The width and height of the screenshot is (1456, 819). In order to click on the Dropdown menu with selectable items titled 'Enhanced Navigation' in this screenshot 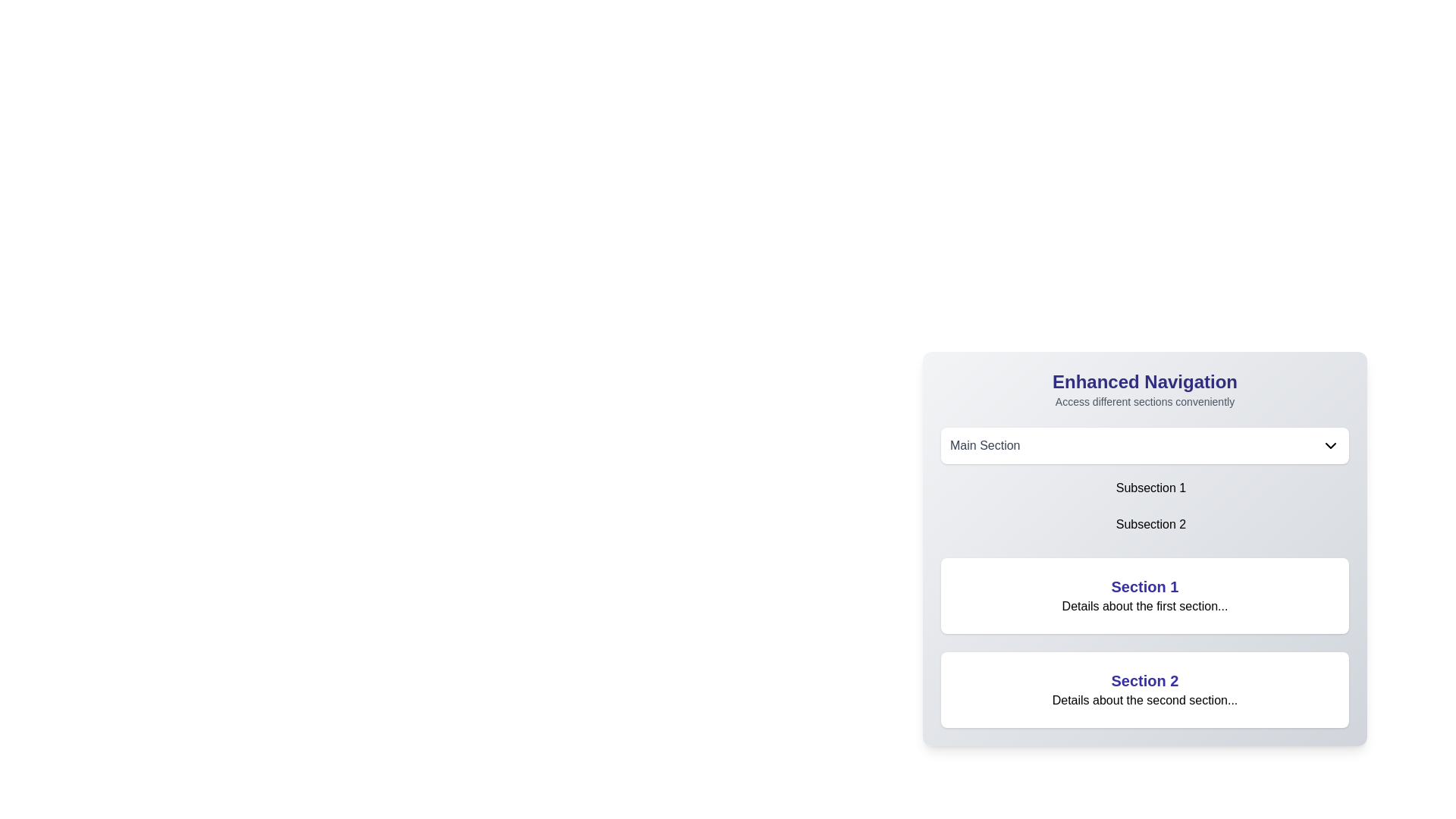, I will do `click(1145, 483)`.